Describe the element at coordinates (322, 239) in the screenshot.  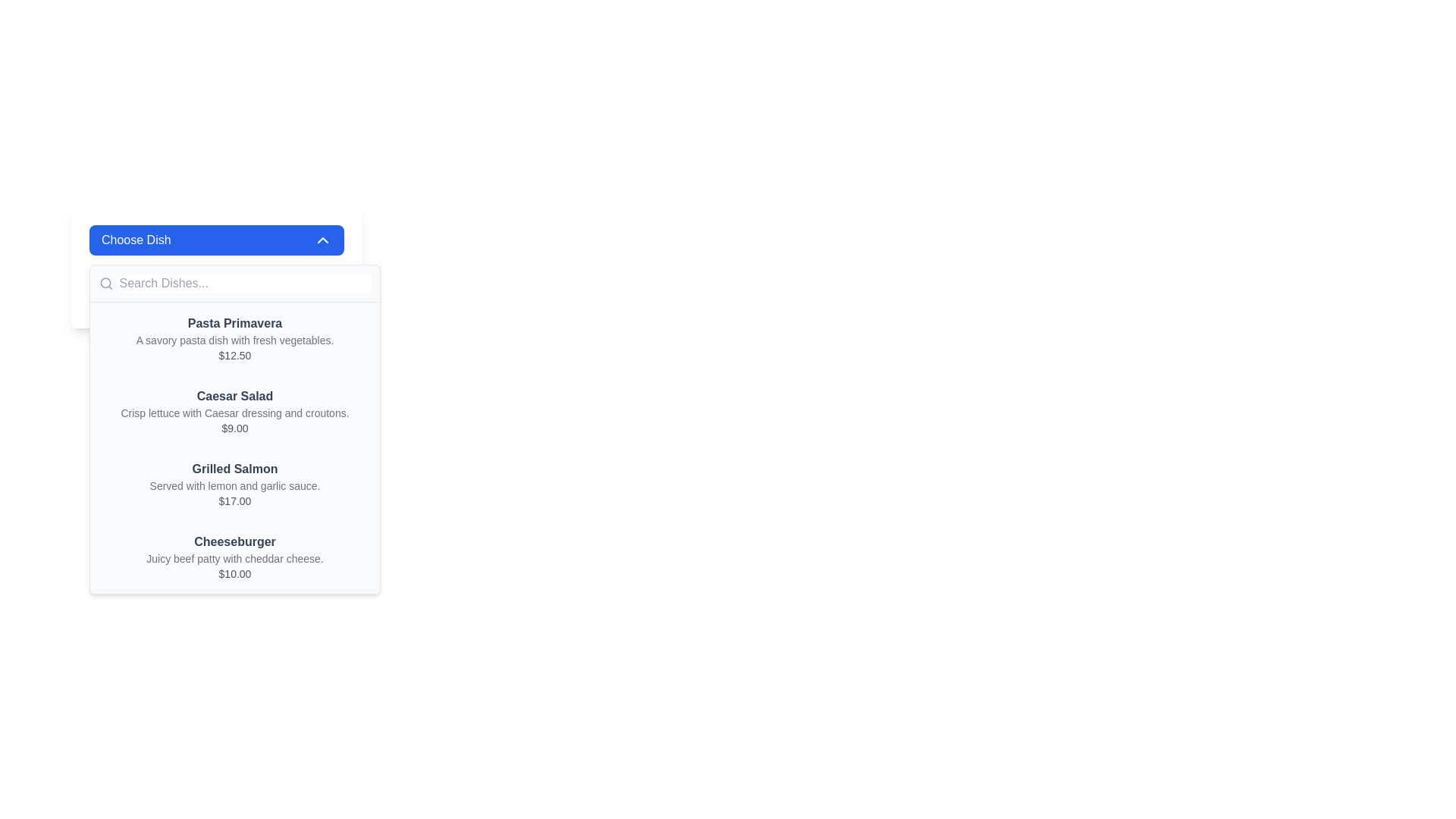
I see `the toggle icon located at the far right end of the blue rectangular bar labeled 'Choose Dish' to show or hide options in the dropdown menu` at that location.